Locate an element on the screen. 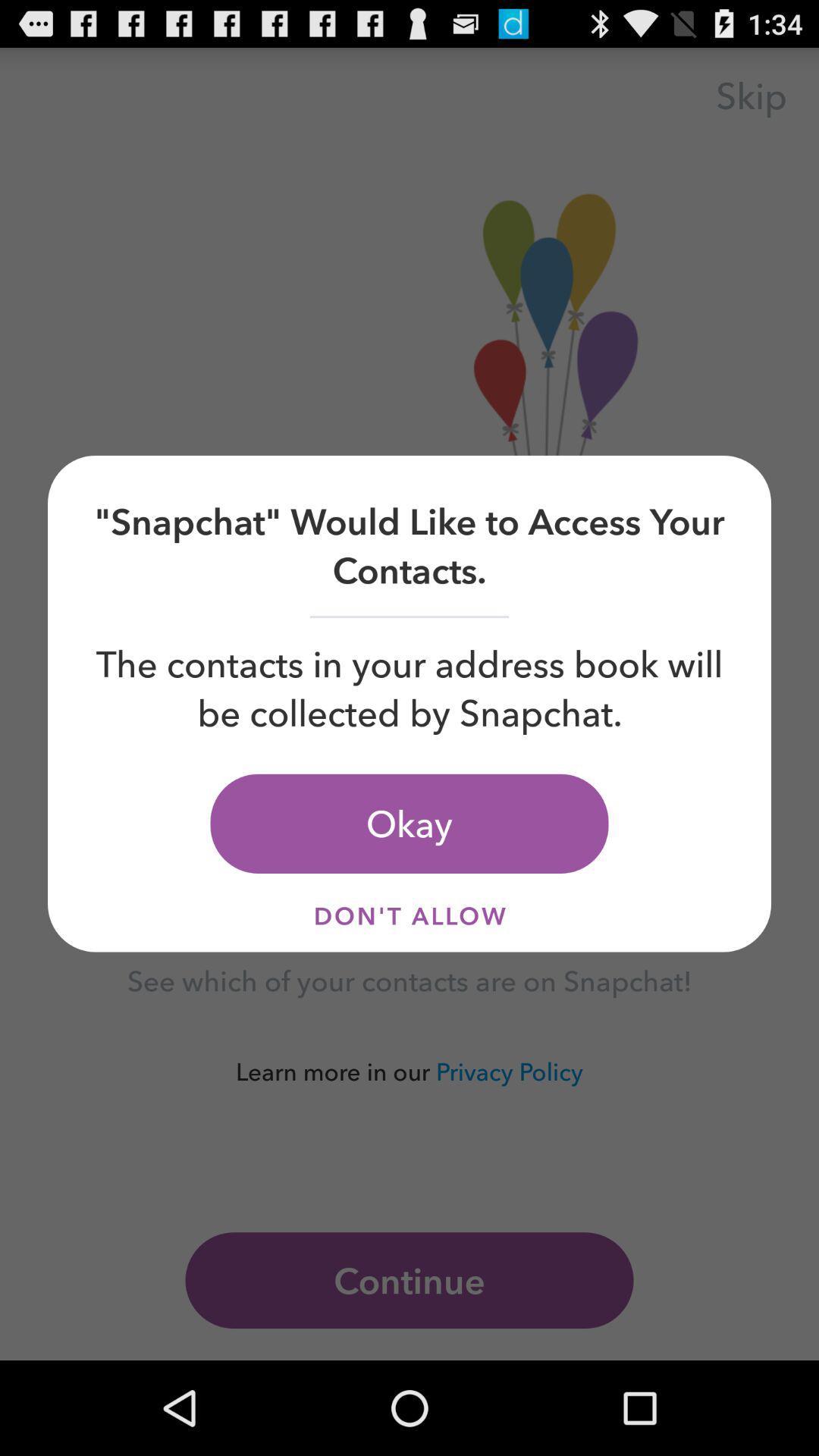 The width and height of the screenshot is (819, 1456). the item above the don't allow item is located at coordinates (409, 823).